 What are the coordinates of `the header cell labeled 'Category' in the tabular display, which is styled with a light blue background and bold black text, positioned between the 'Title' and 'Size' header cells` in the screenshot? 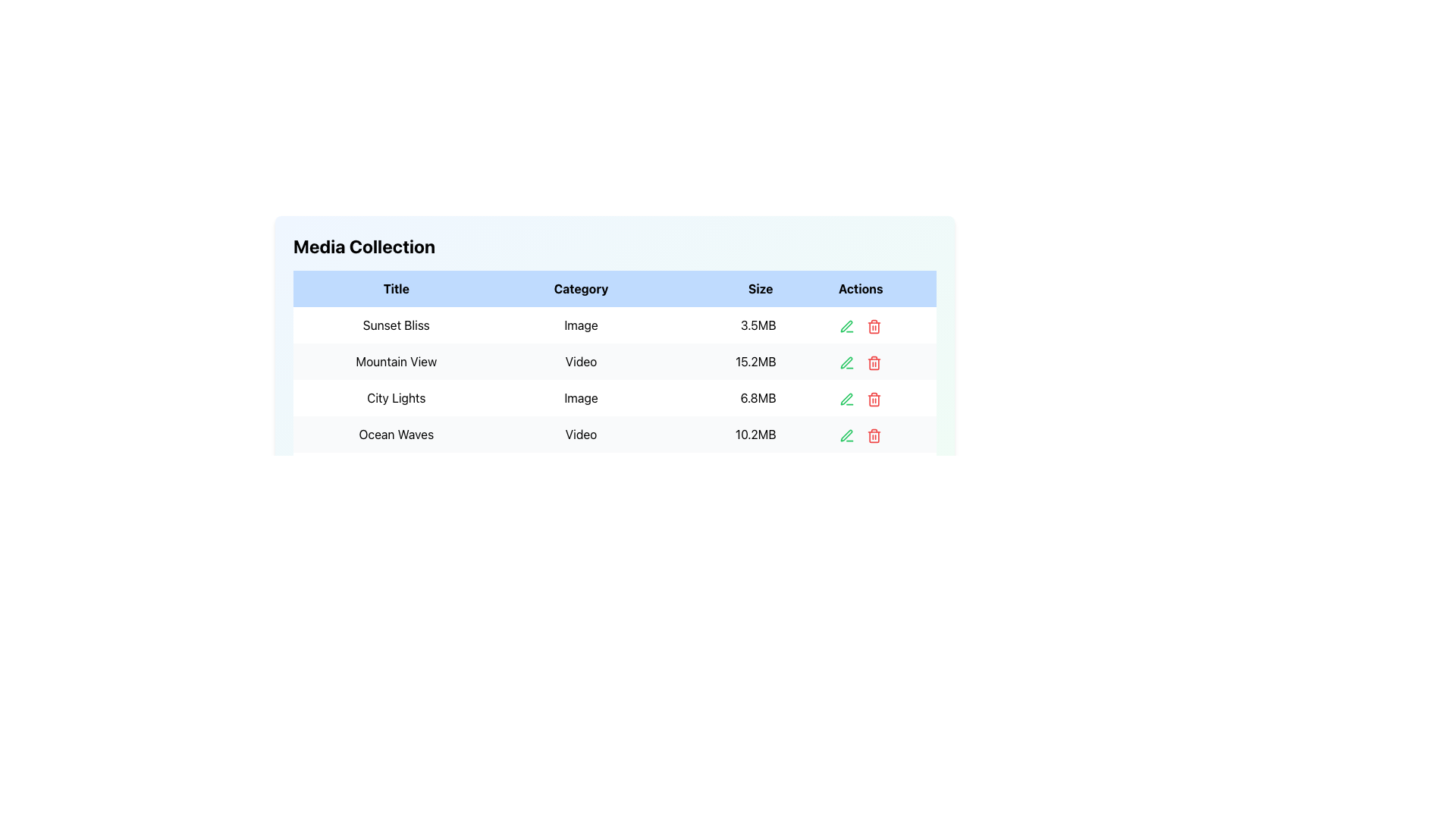 It's located at (580, 289).